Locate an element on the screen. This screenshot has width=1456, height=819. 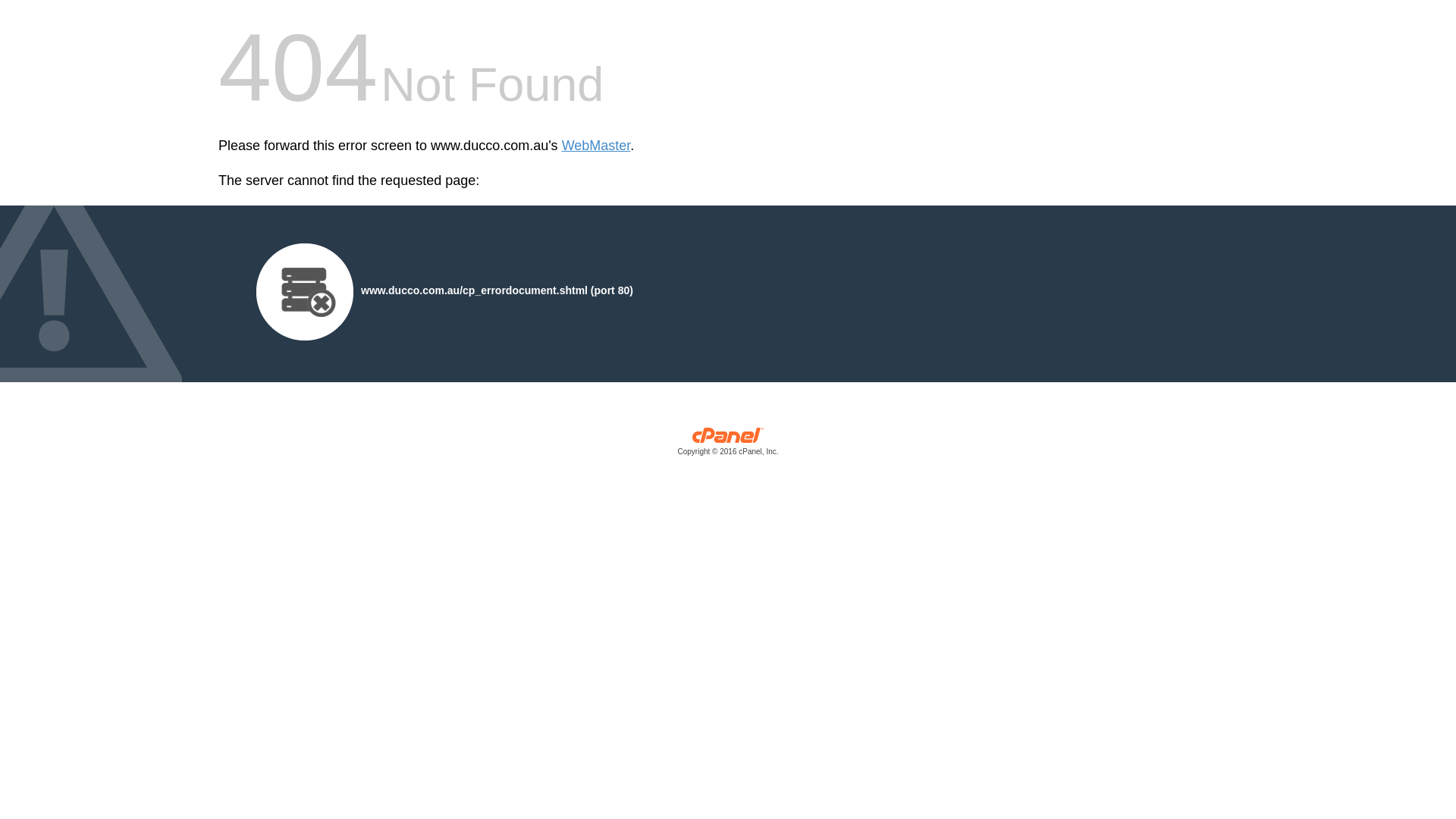
'WebMaster' is located at coordinates (595, 146).